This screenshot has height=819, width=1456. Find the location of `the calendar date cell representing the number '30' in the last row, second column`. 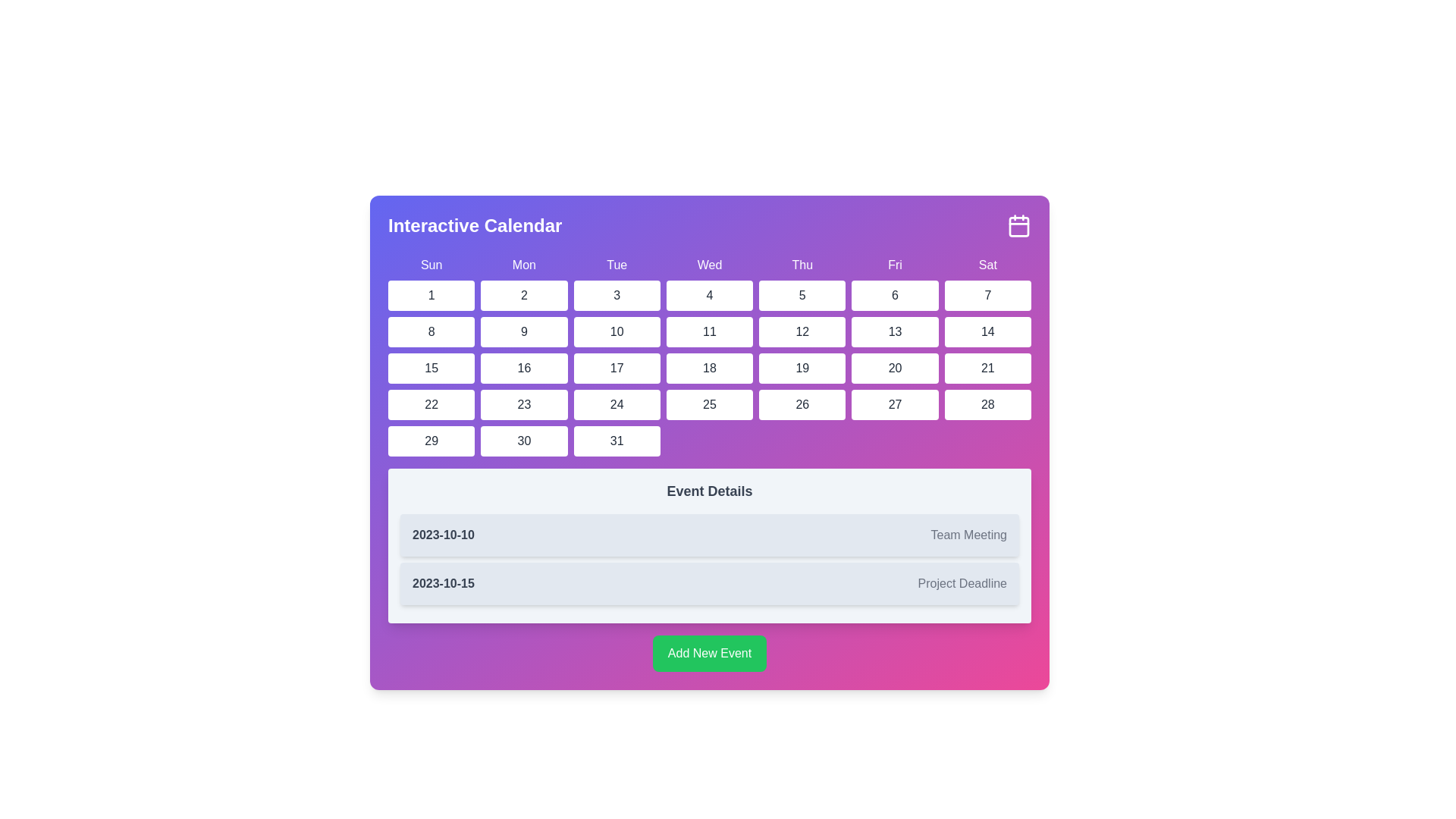

the calendar date cell representing the number '30' in the last row, second column is located at coordinates (524, 441).